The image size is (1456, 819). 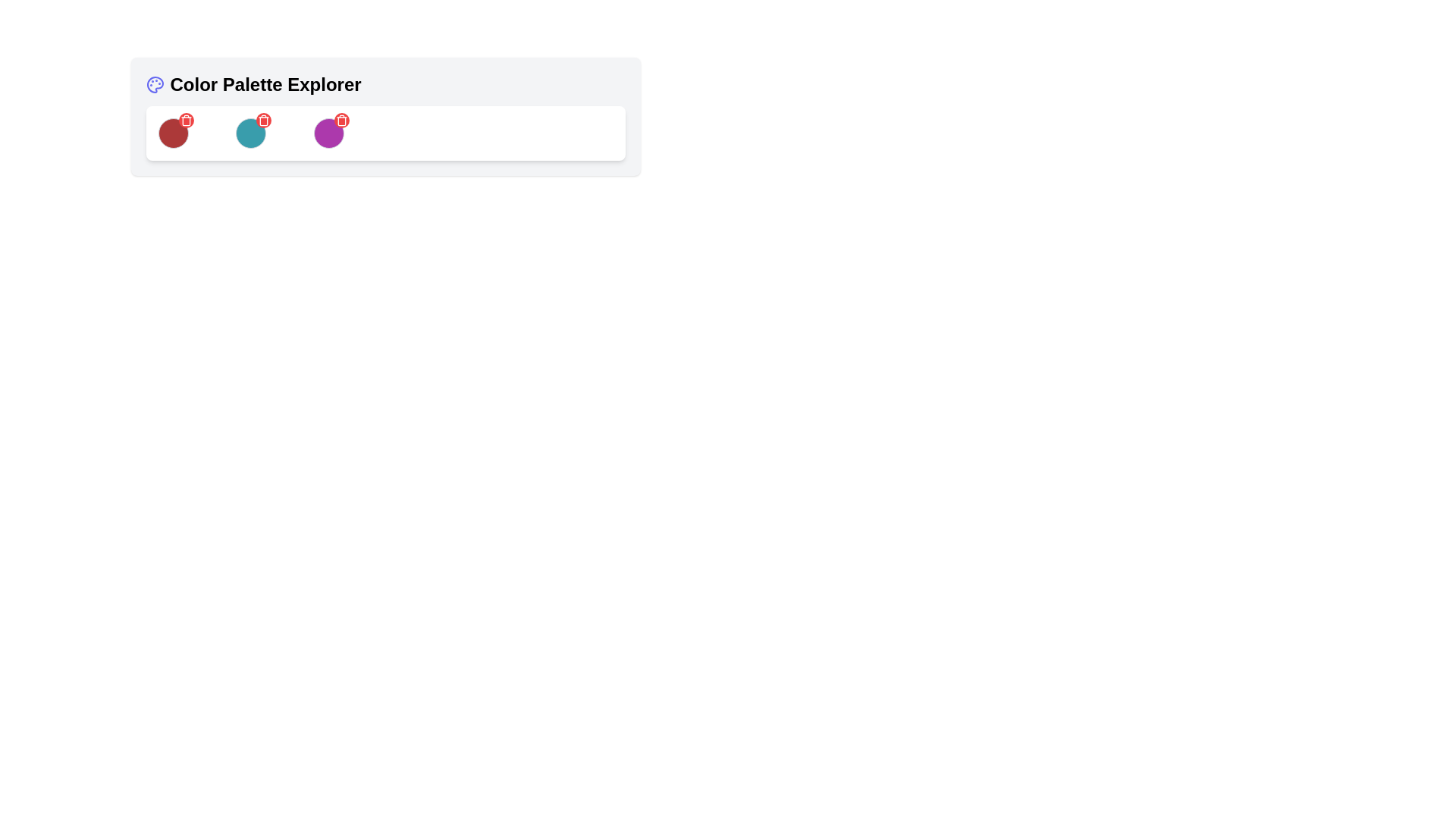 What do you see at coordinates (264, 119) in the screenshot?
I see `the red circular badge button featuring a white trash can icon using keyboard navigation` at bounding box center [264, 119].